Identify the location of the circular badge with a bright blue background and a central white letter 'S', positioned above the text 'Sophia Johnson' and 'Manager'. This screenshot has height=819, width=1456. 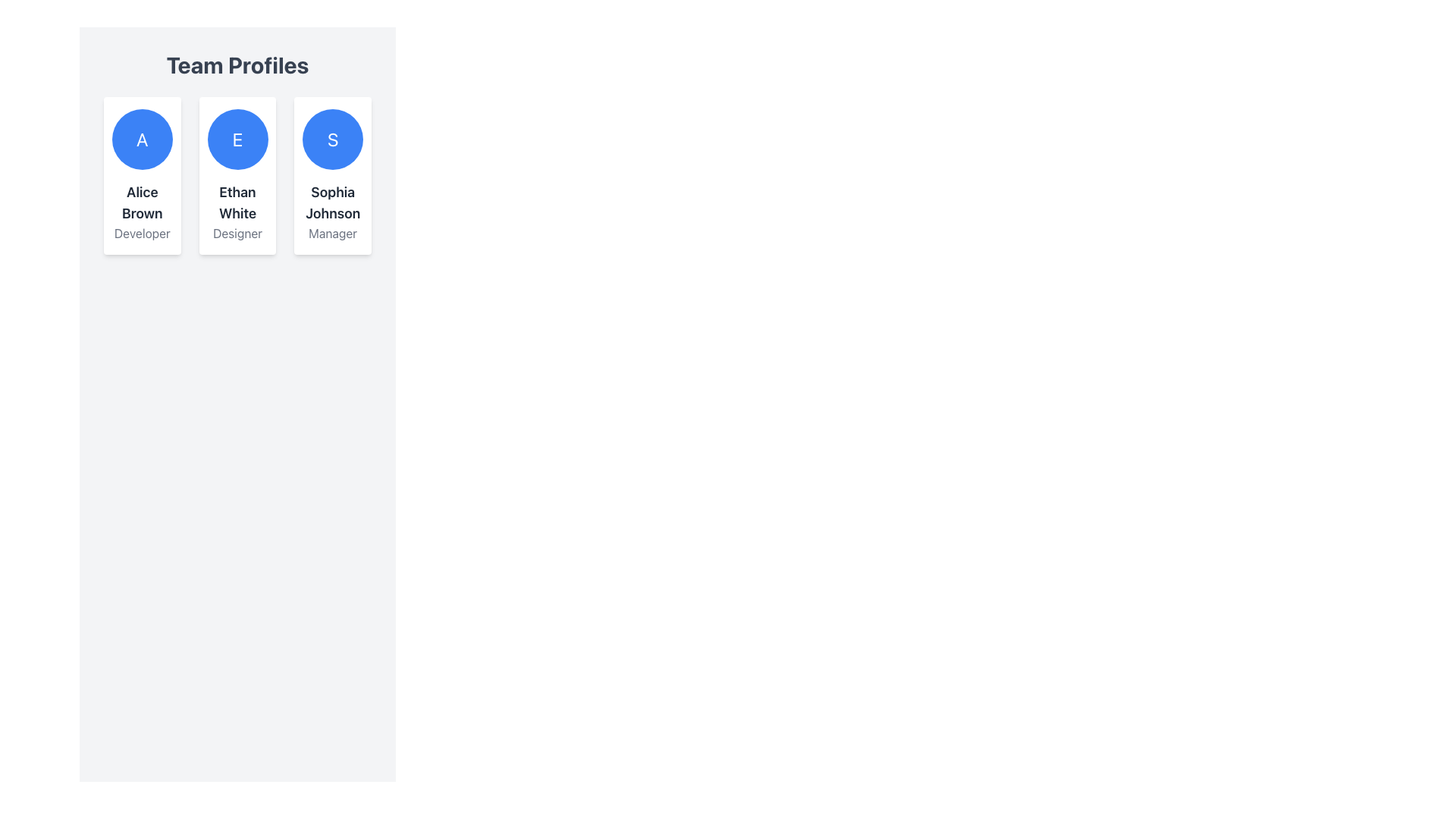
(332, 140).